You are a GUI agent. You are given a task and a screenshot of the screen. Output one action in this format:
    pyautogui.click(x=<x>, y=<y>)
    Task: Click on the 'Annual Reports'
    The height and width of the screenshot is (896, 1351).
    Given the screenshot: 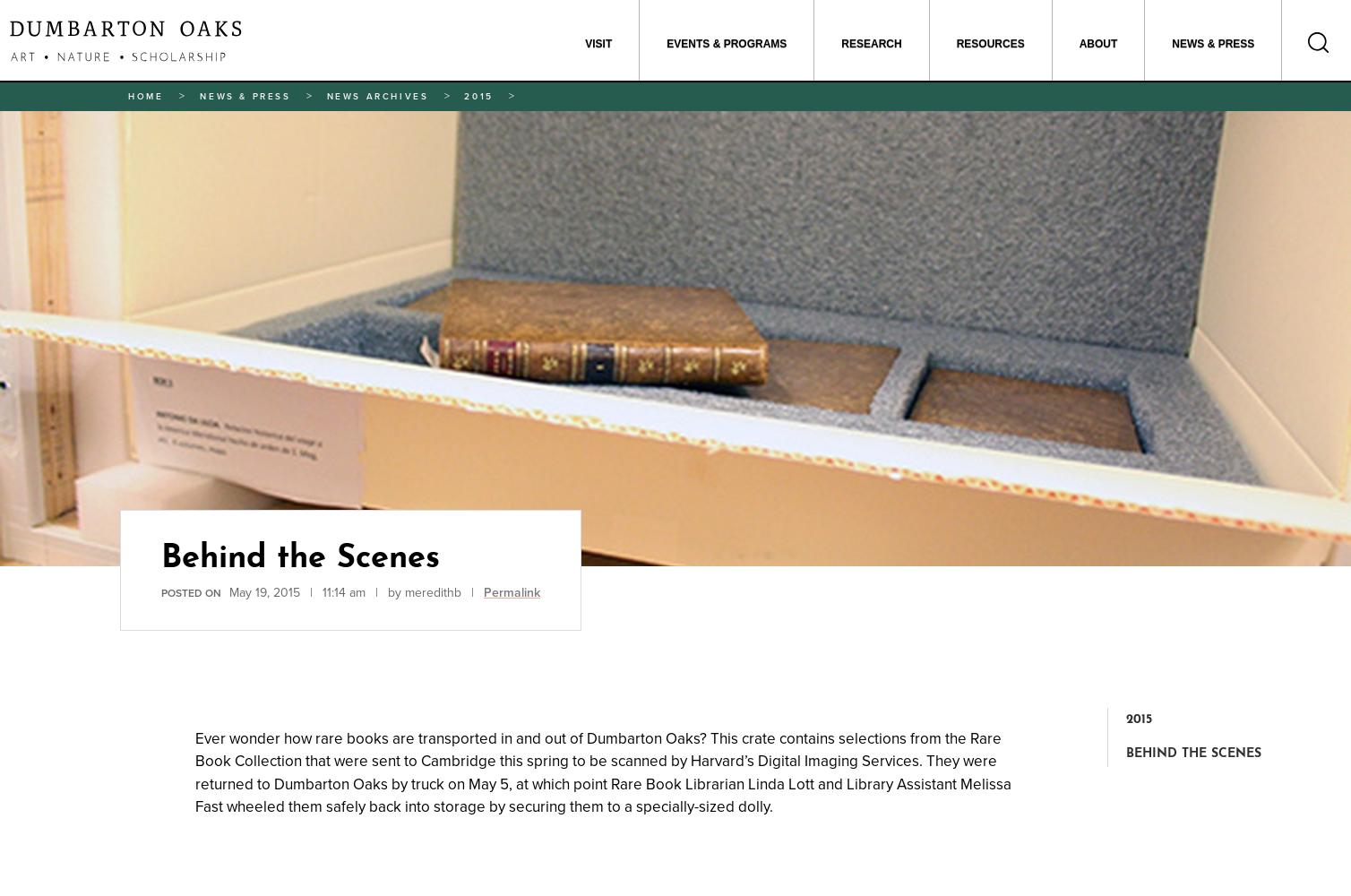 What is the action you would take?
    pyautogui.click(x=778, y=110)
    